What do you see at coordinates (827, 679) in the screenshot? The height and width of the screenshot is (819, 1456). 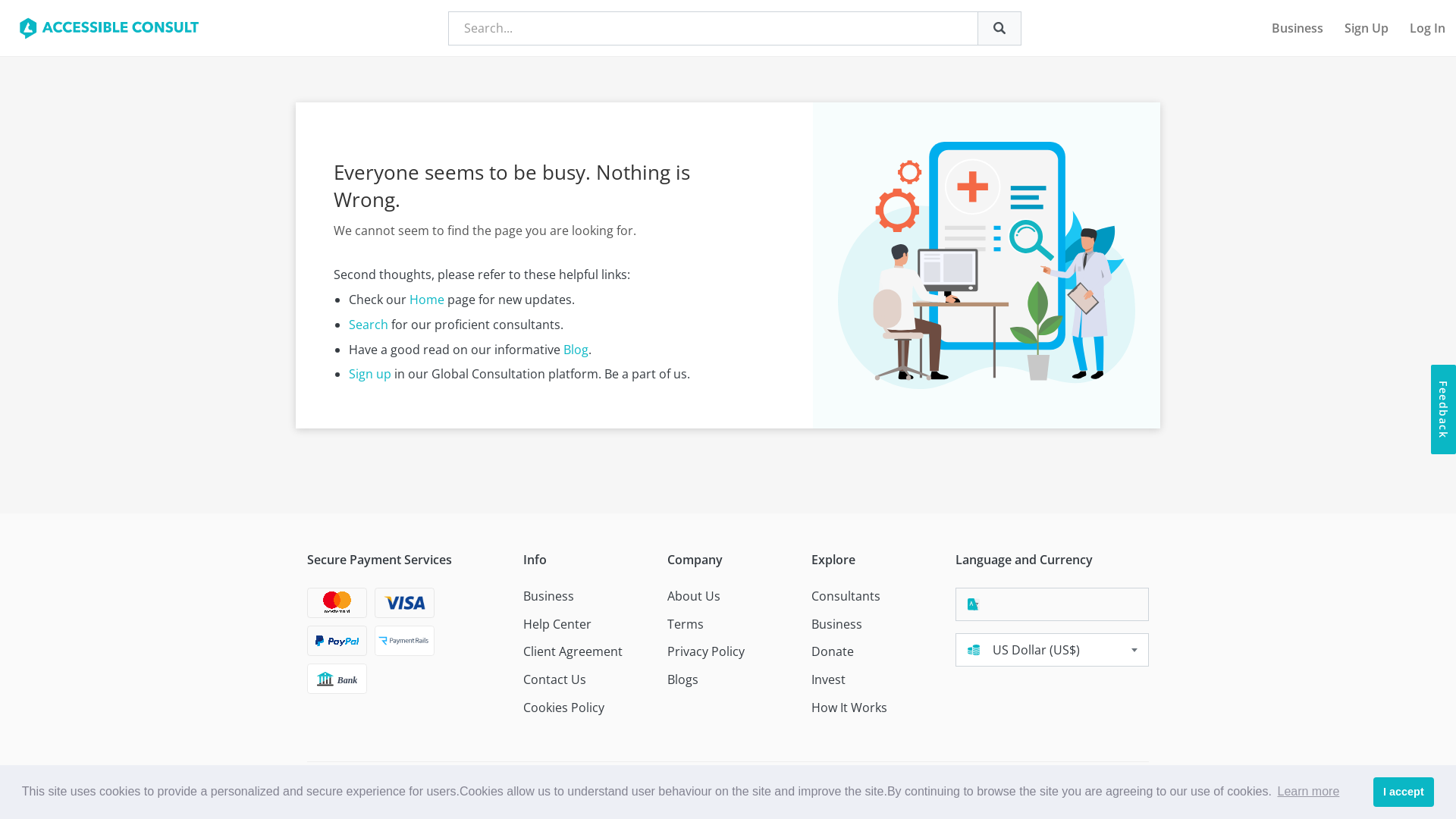 I see `'Invest'` at bounding box center [827, 679].